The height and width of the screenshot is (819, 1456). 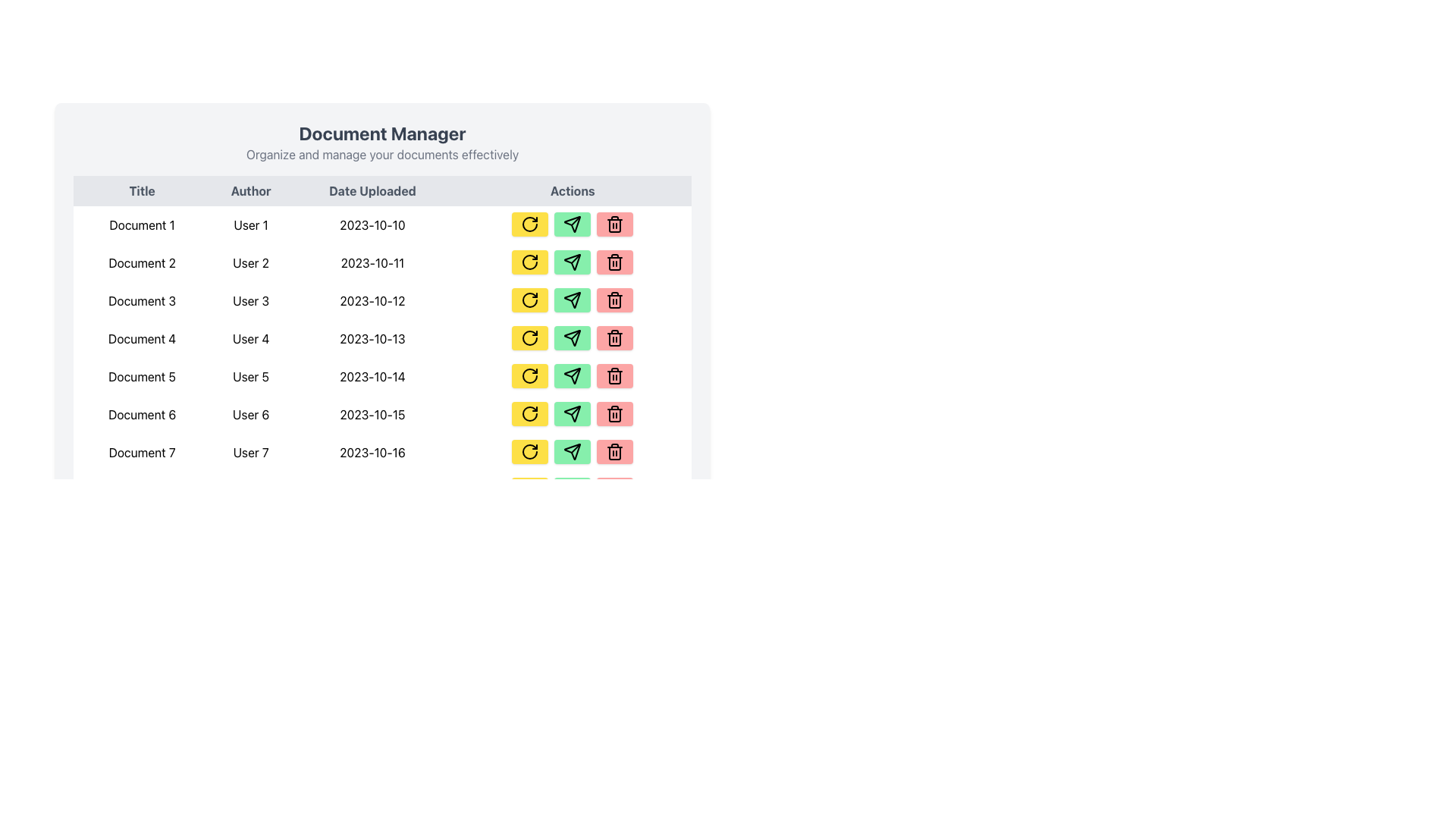 I want to click on the 'Send' button located in the 'Actions' column of the last row of the table, positioned between the 'Refresh' and 'Delete' buttons, so click(x=572, y=451).